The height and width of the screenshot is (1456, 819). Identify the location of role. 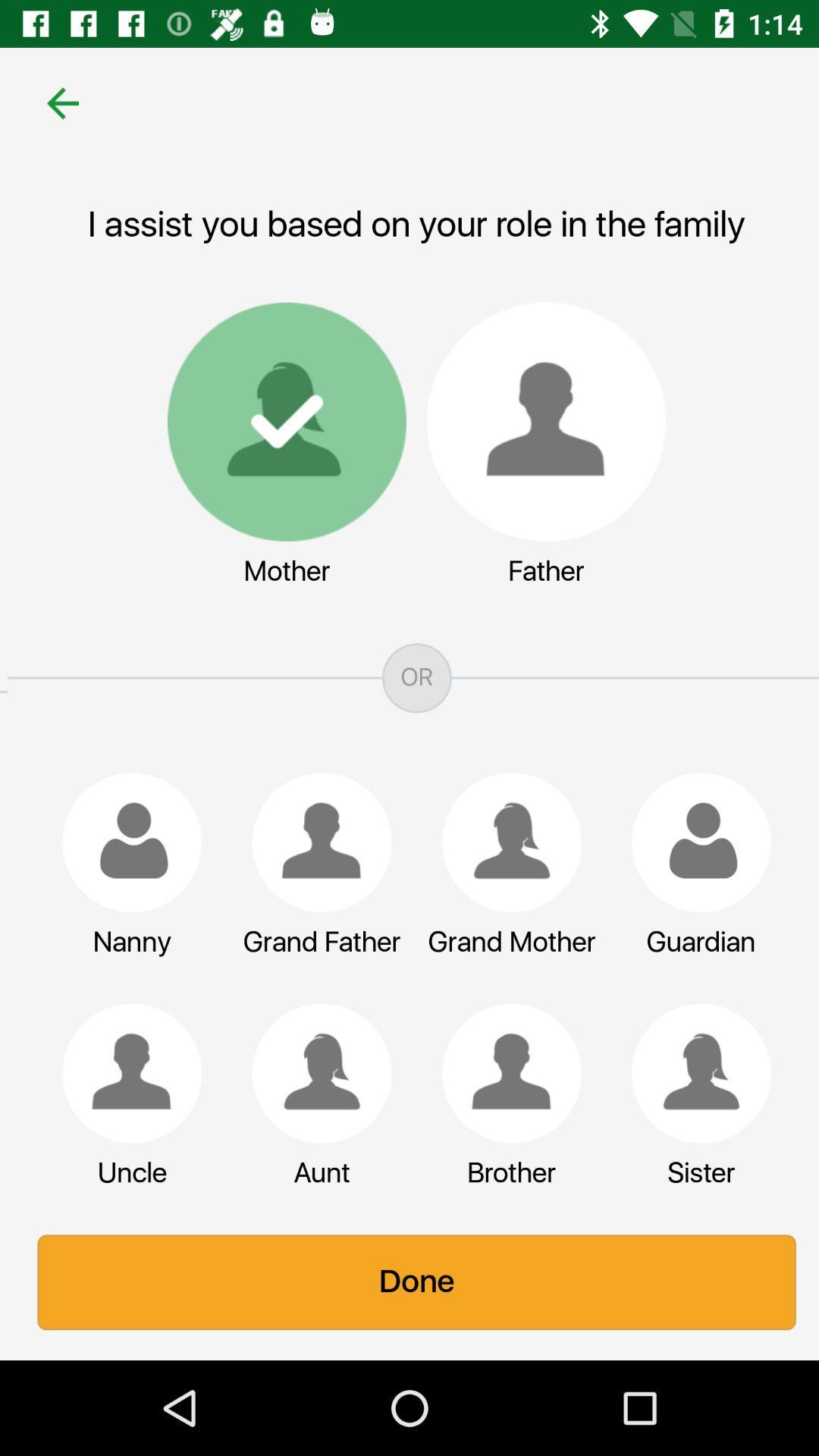
(504, 842).